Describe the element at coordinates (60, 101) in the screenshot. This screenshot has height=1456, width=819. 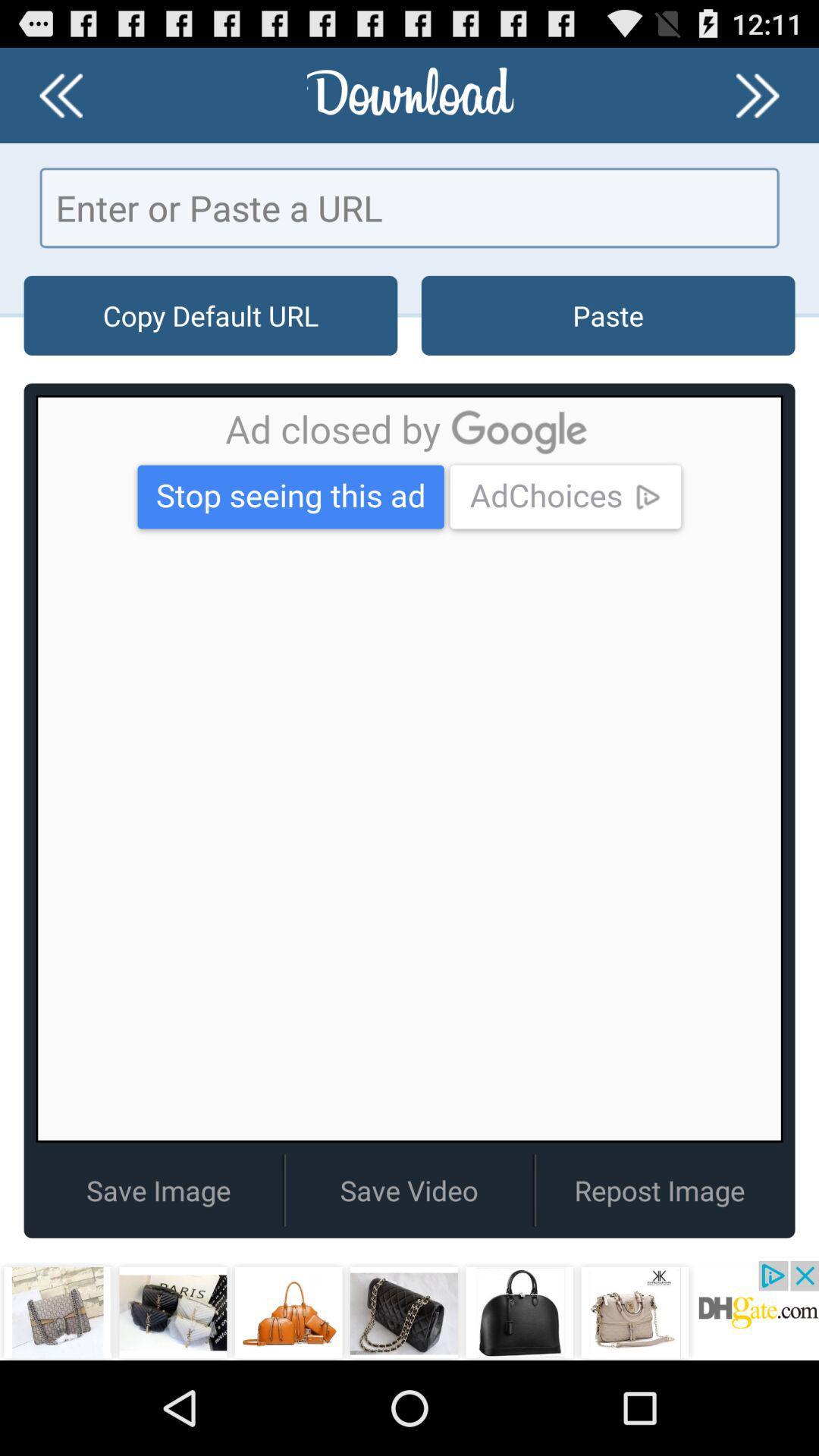
I see `the av_rewind icon` at that location.